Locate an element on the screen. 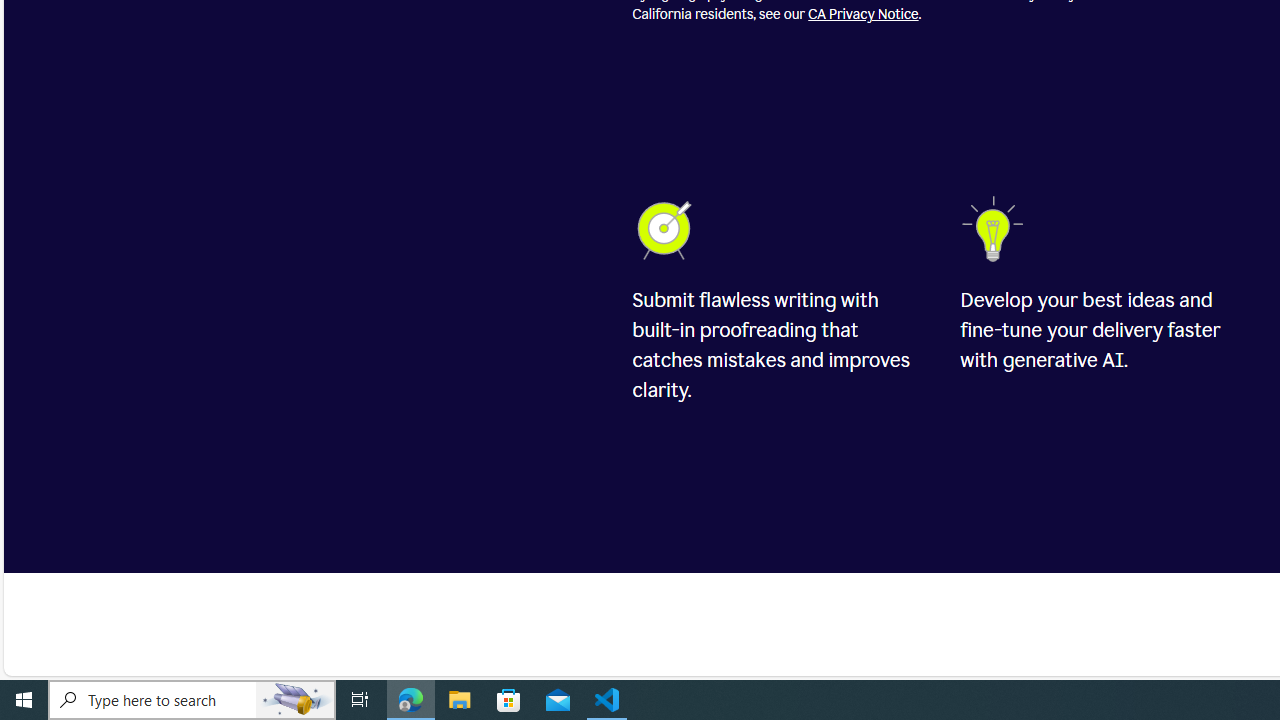 The height and width of the screenshot is (720, 1280). 'Lightbulb' is located at coordinates (995, 228).